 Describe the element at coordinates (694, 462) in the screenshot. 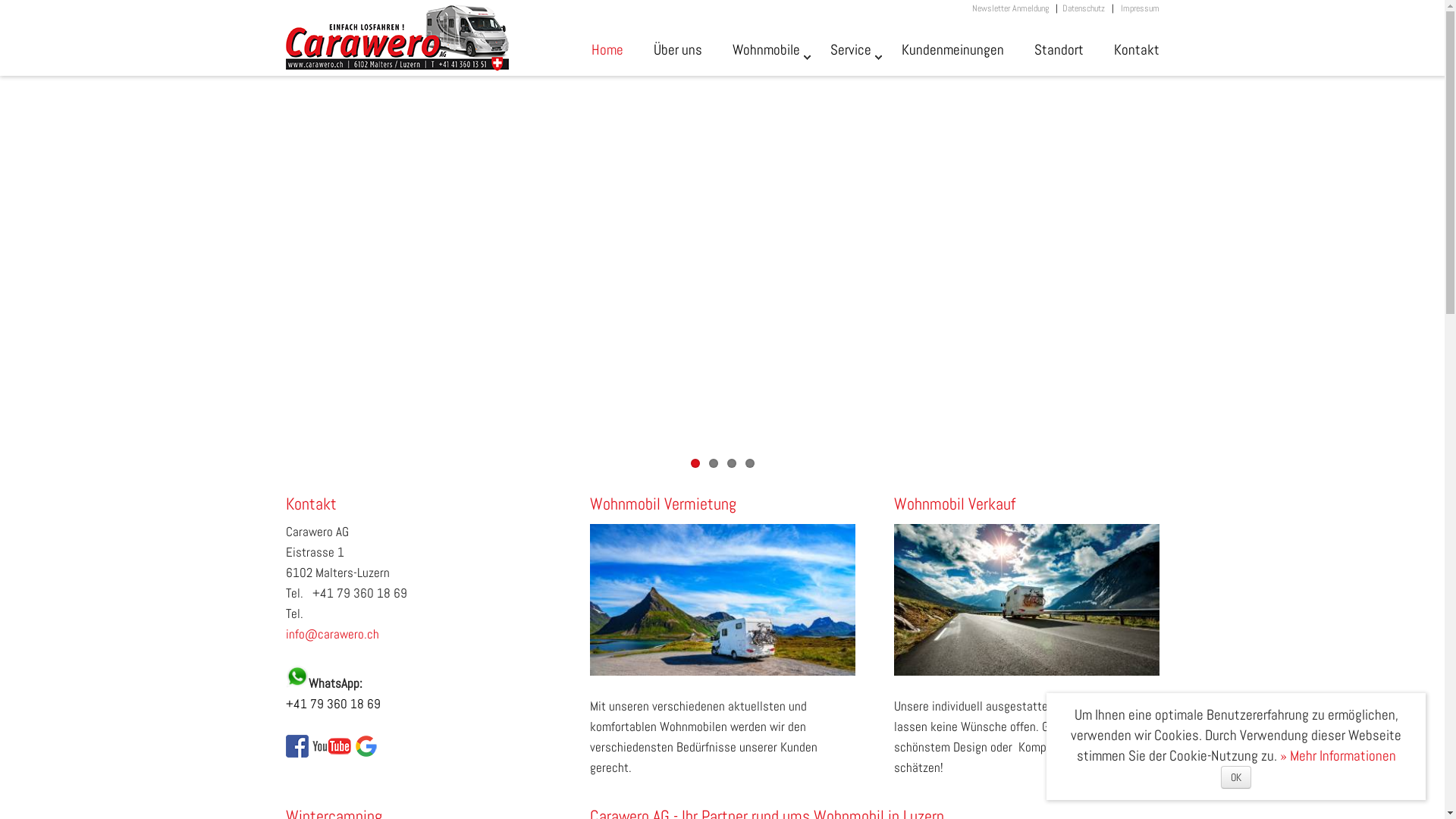

I see `'1'` at that location.